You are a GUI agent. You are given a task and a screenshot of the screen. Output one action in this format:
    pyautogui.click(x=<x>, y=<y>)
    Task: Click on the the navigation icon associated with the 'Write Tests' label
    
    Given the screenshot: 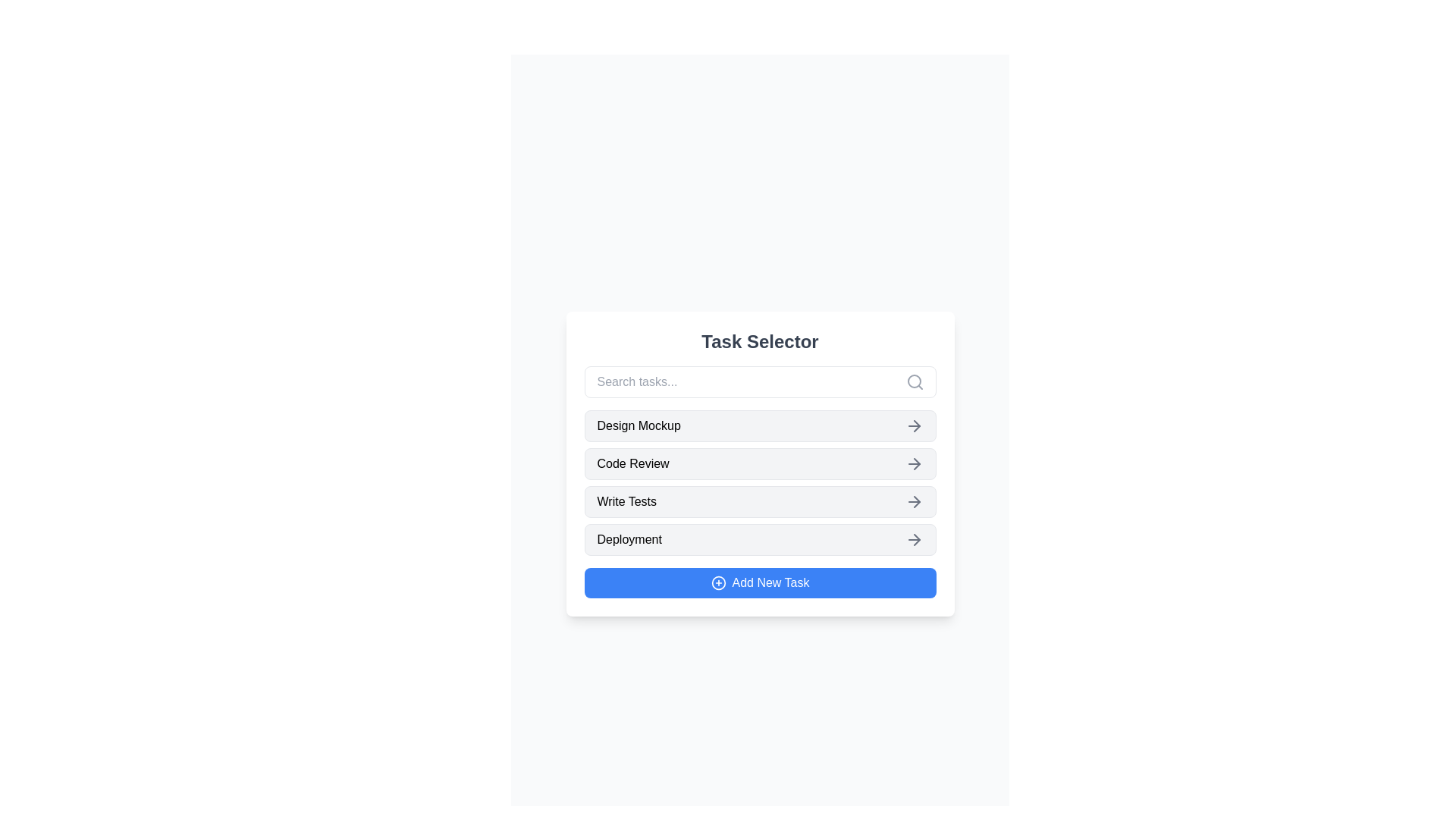 What is the action you would take?
    pyautogui.click(x=913, y=502)
    